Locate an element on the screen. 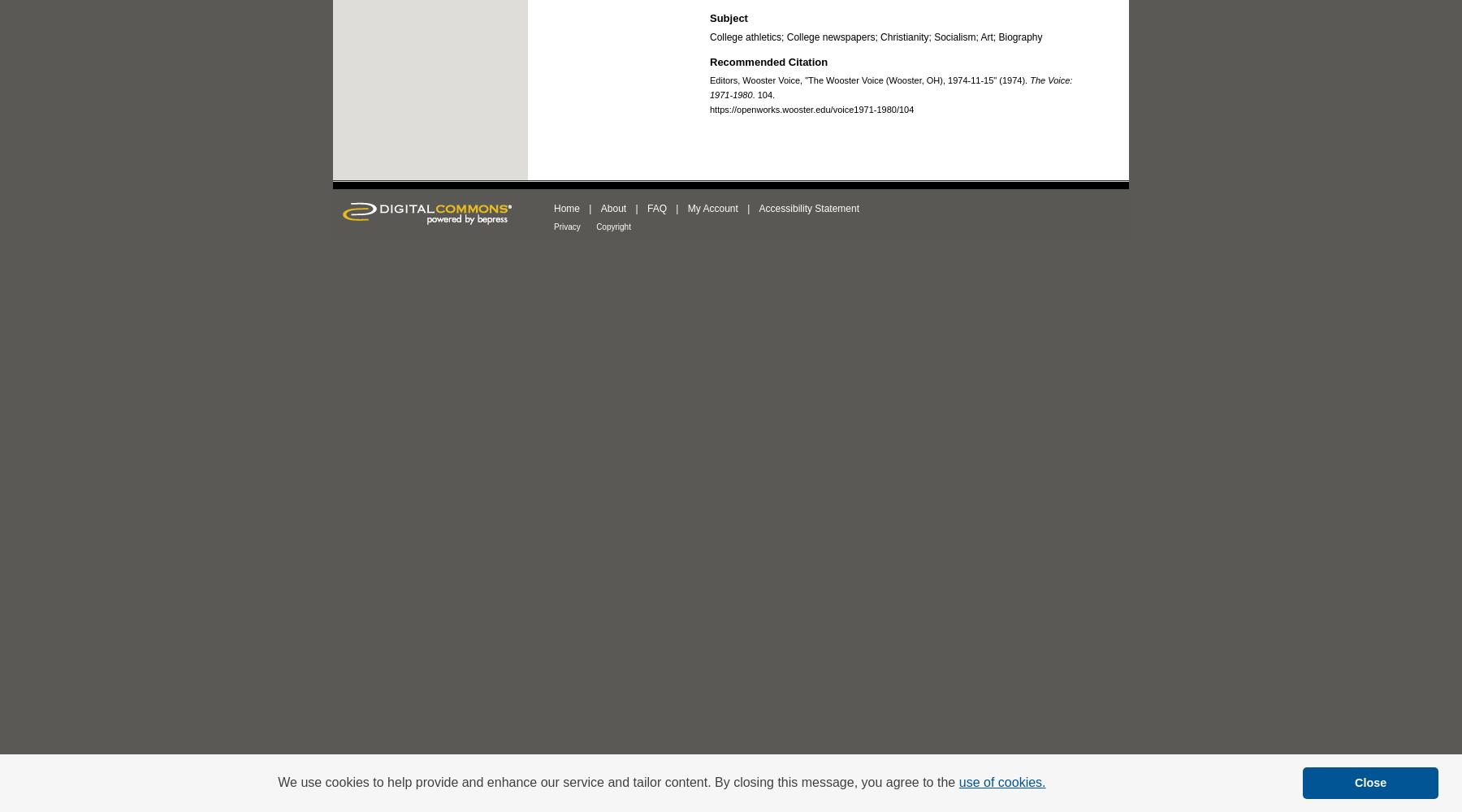  'My Account' is located at coordinates (712, 209).